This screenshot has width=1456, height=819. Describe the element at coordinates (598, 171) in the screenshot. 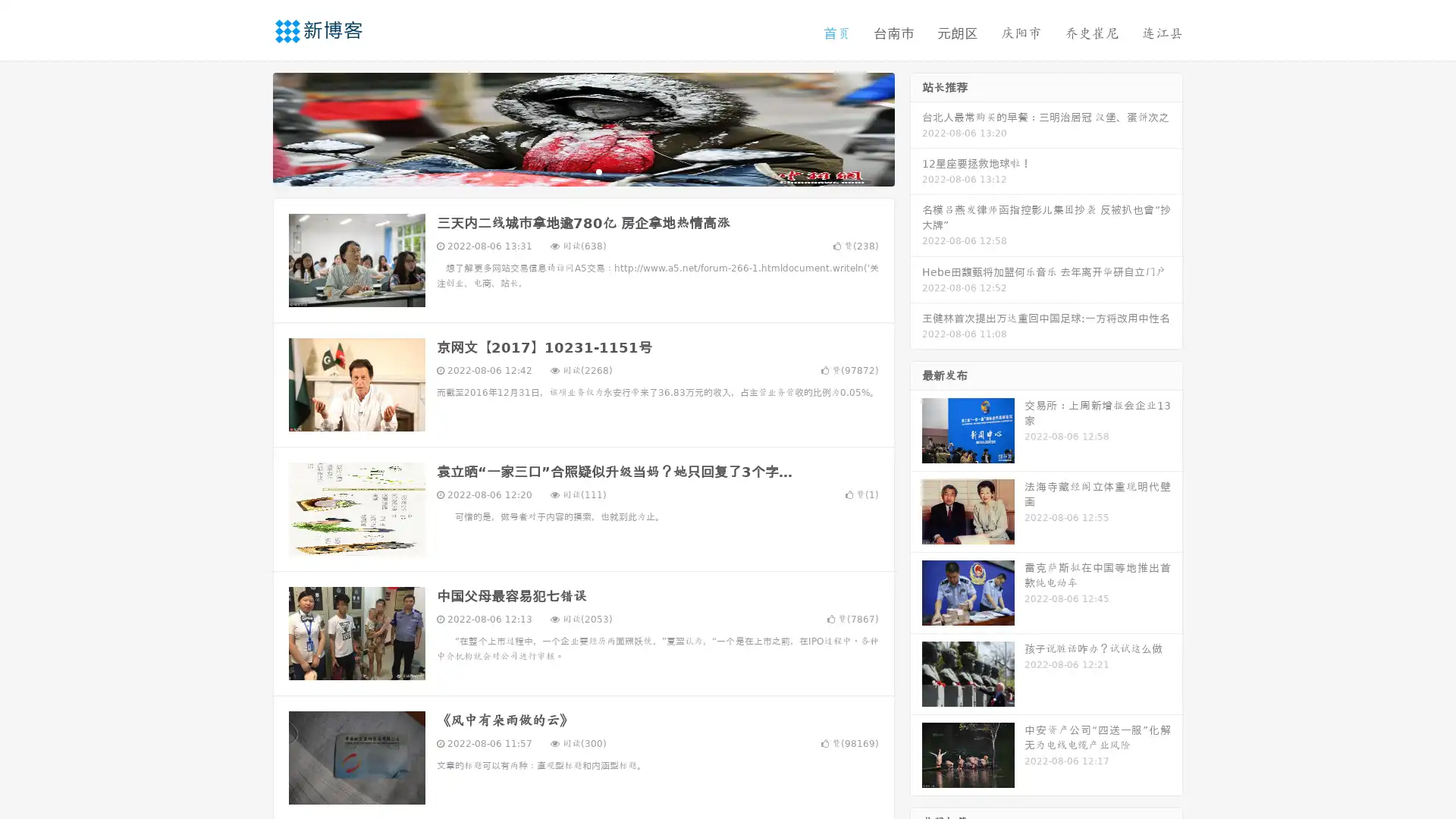

I see `Go to slide 3` at that location.